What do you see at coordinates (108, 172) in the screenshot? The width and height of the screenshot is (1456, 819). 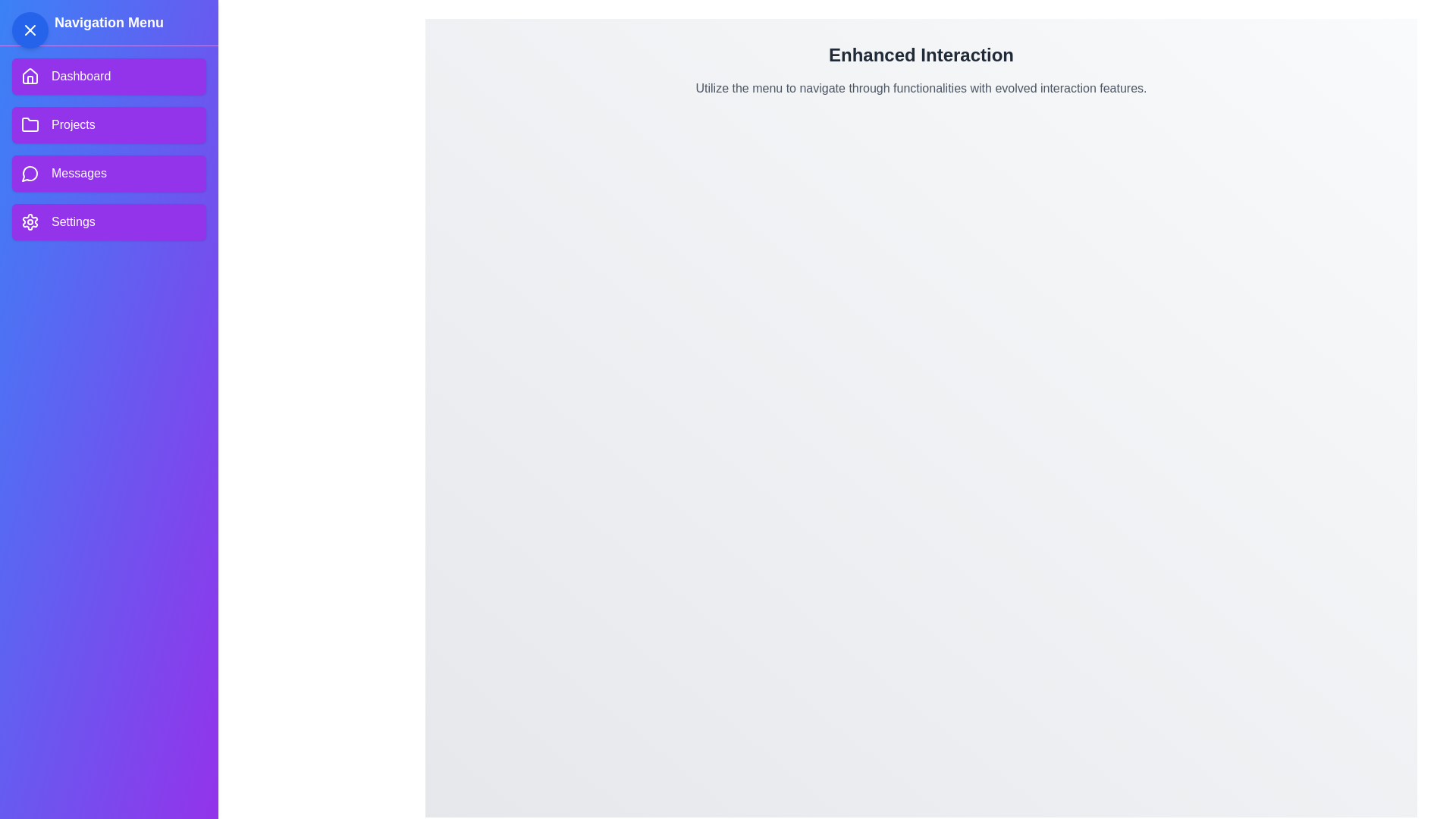 I see `the Messages menu item in the navigation drawer` at bounding box center [108, 172].